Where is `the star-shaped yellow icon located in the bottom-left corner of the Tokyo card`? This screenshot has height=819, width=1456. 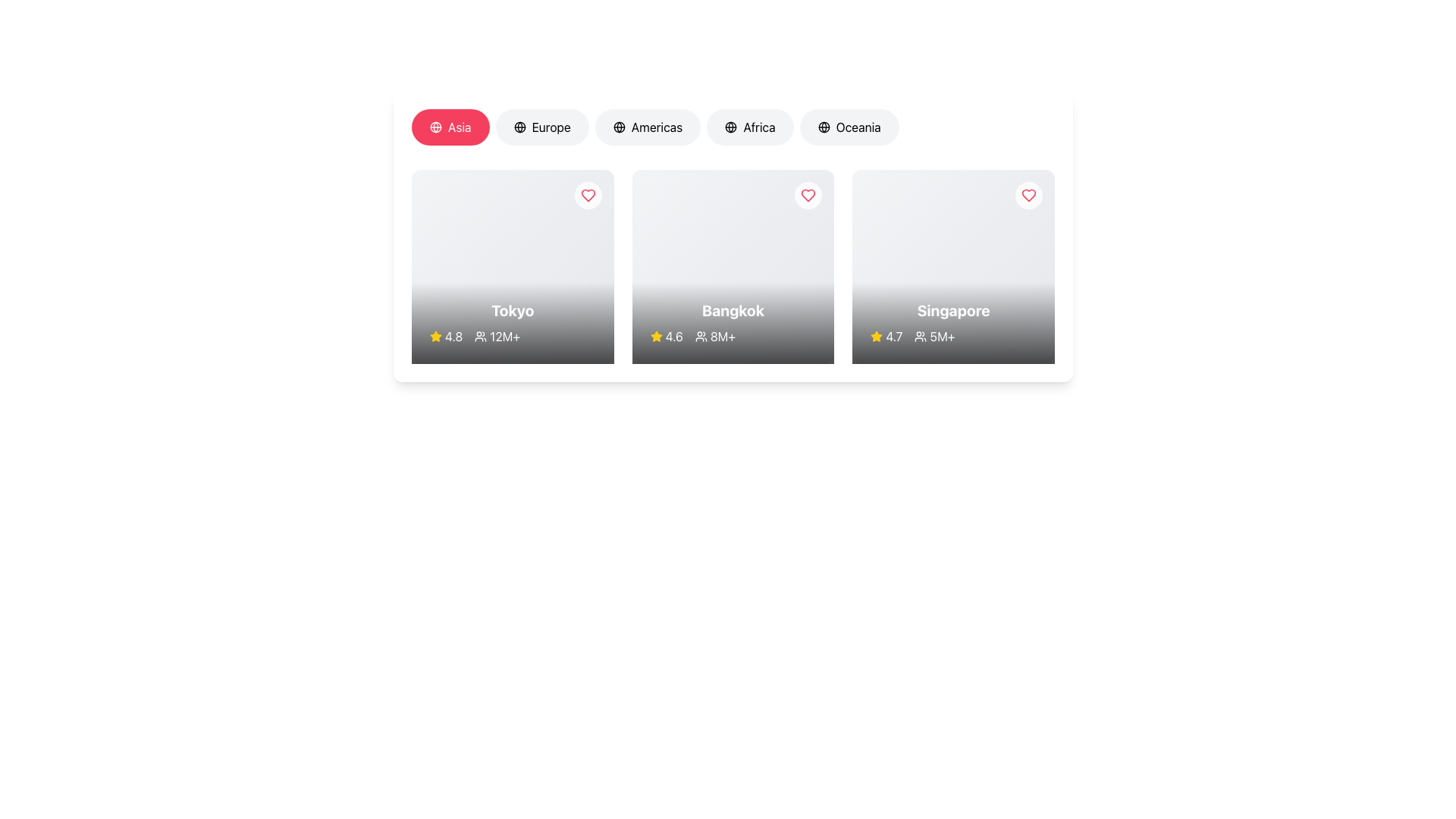 the star-shaped yellow icon located in the bottom-left corner of the Tokyo card is located at coordinates (435, 335).